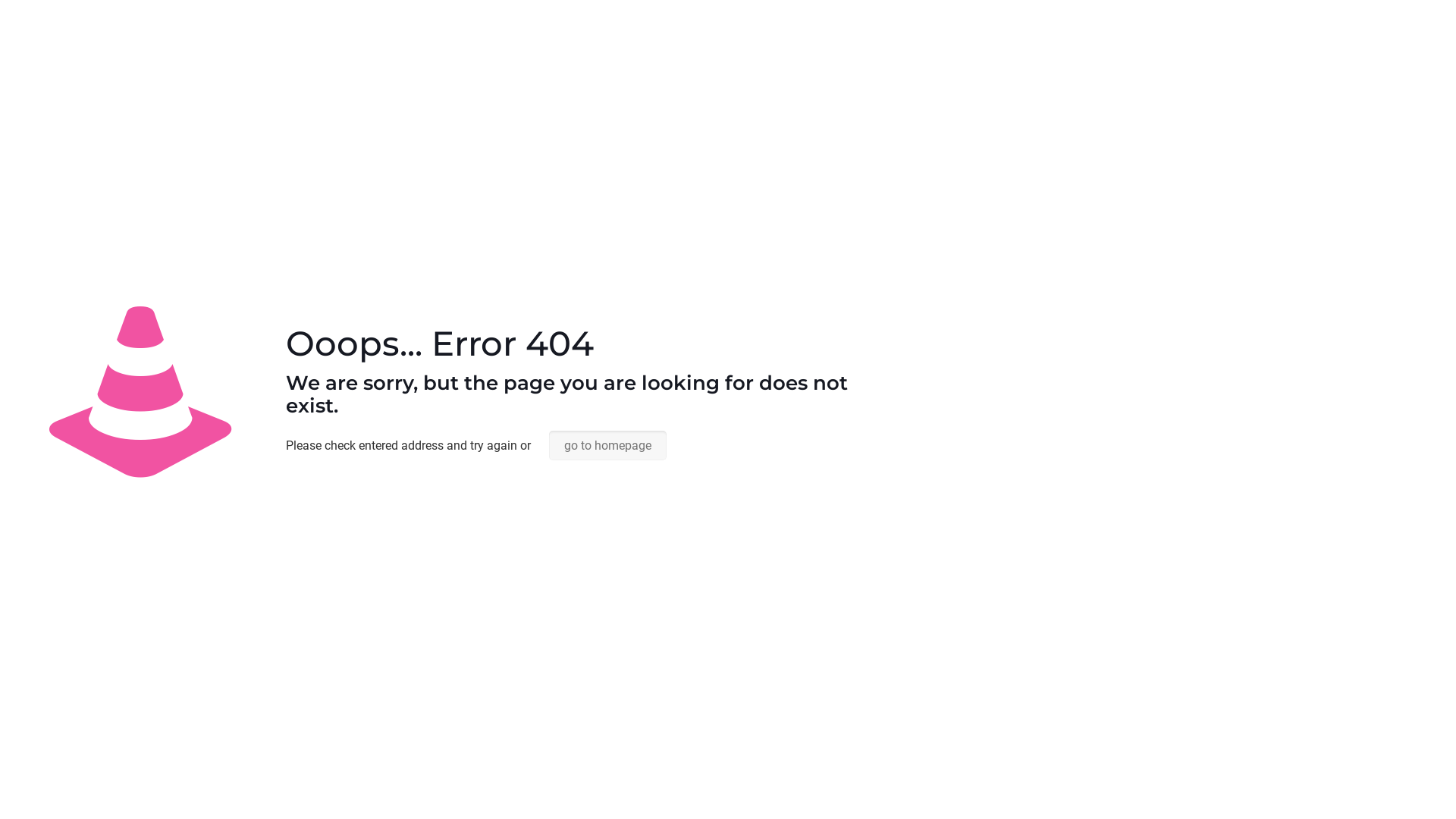  What do you see at coordinates (548, 444) in the screenshot?
I see `'go to homepage'` at bounding box center [548, 444].